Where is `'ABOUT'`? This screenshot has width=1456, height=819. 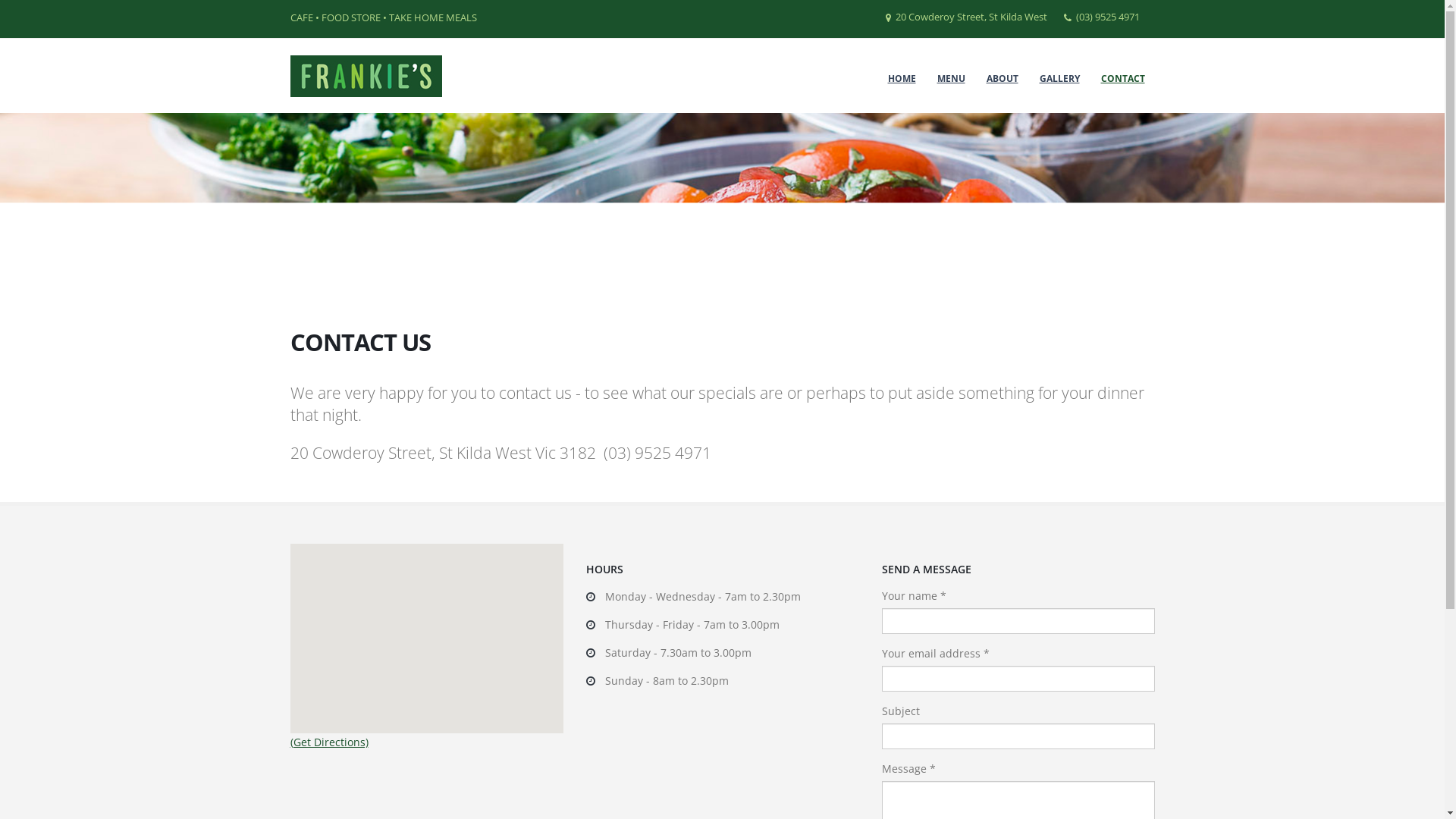 'ABOUT' is located at coordinates (1002, 79).